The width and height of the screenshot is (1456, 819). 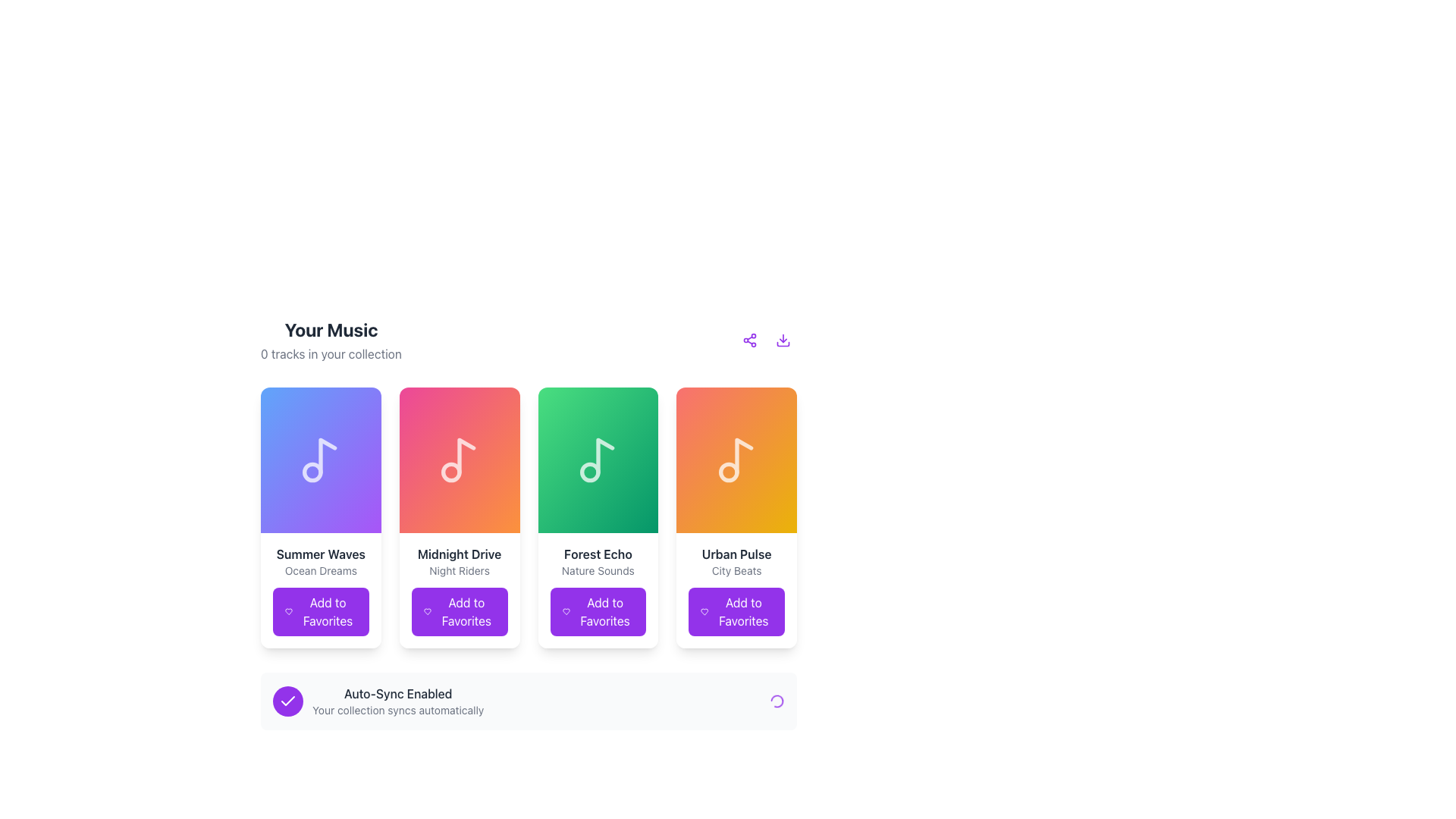 What do you see at coordinates (529, 701) in the screenshot?
I see `the Information display panel indicating that the auto-sync feature is enabled and active, located at the bottom of the visible section below the music collections grid` at bounding box center [529, 701].